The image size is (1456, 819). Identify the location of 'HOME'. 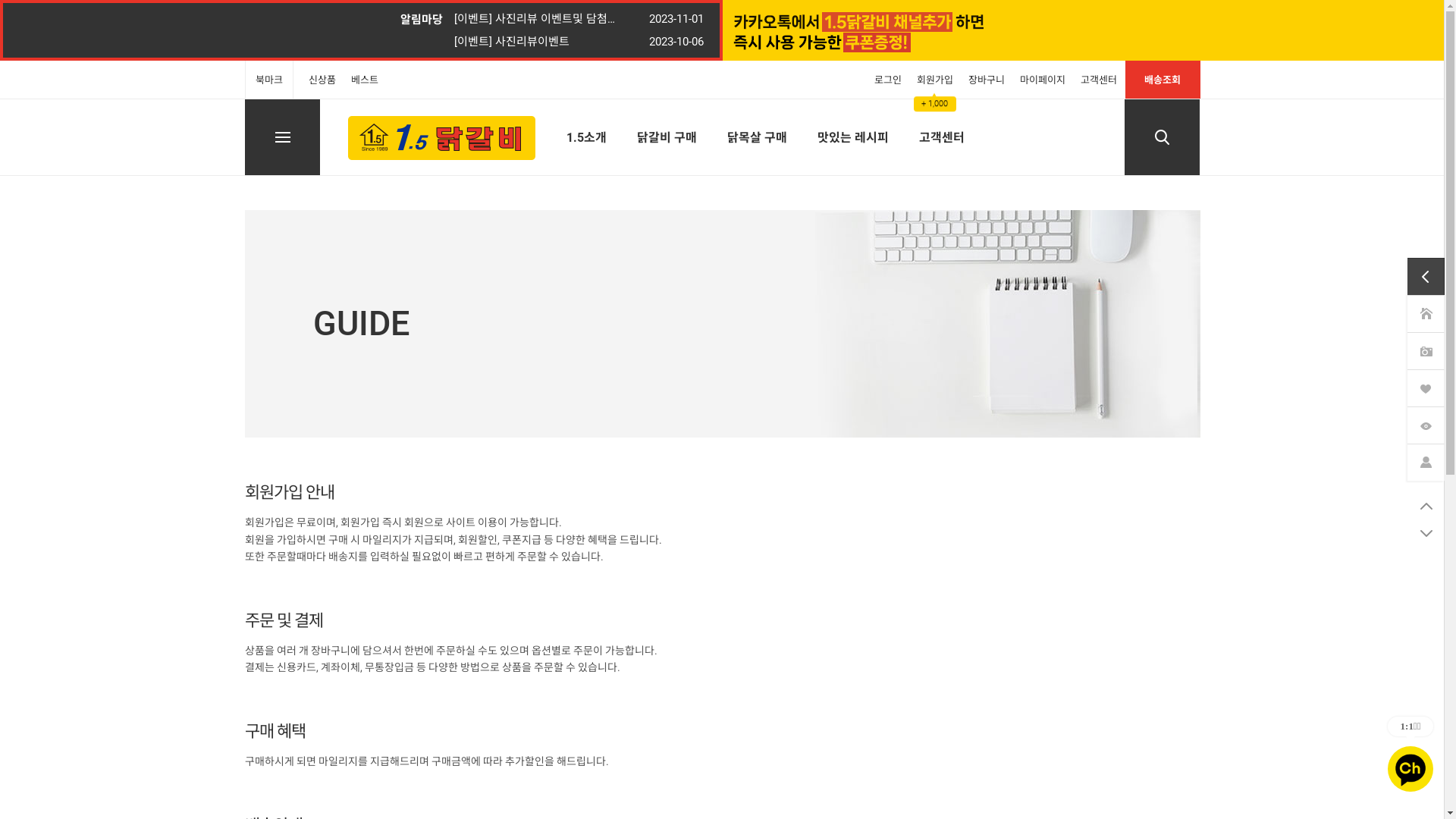
(1425, 312).